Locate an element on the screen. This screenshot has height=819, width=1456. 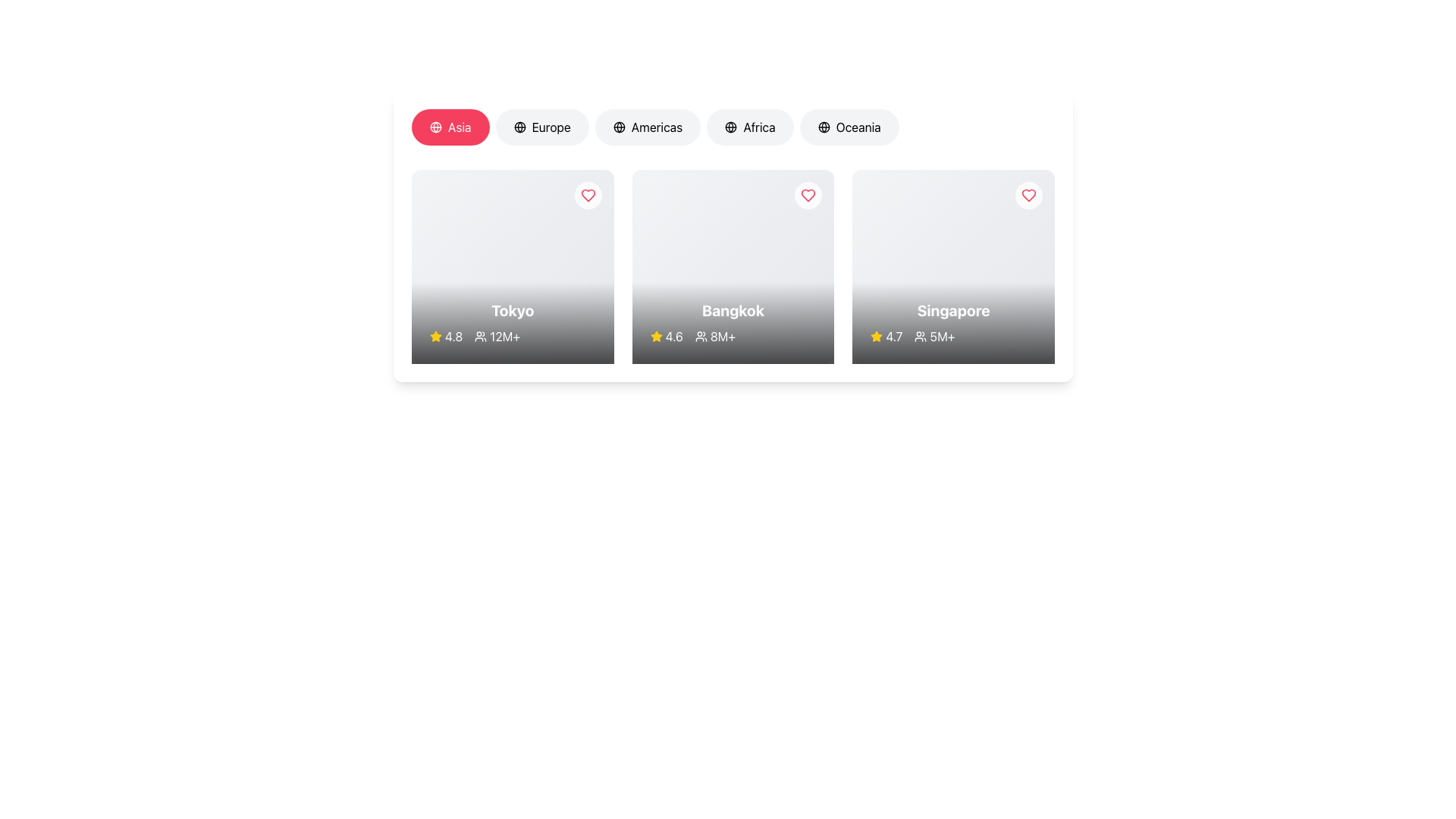
the globe icon within the red button labeled 'Asia' located in the horizontal navigation bar at the top of the section is located at coordinates (435, 127).